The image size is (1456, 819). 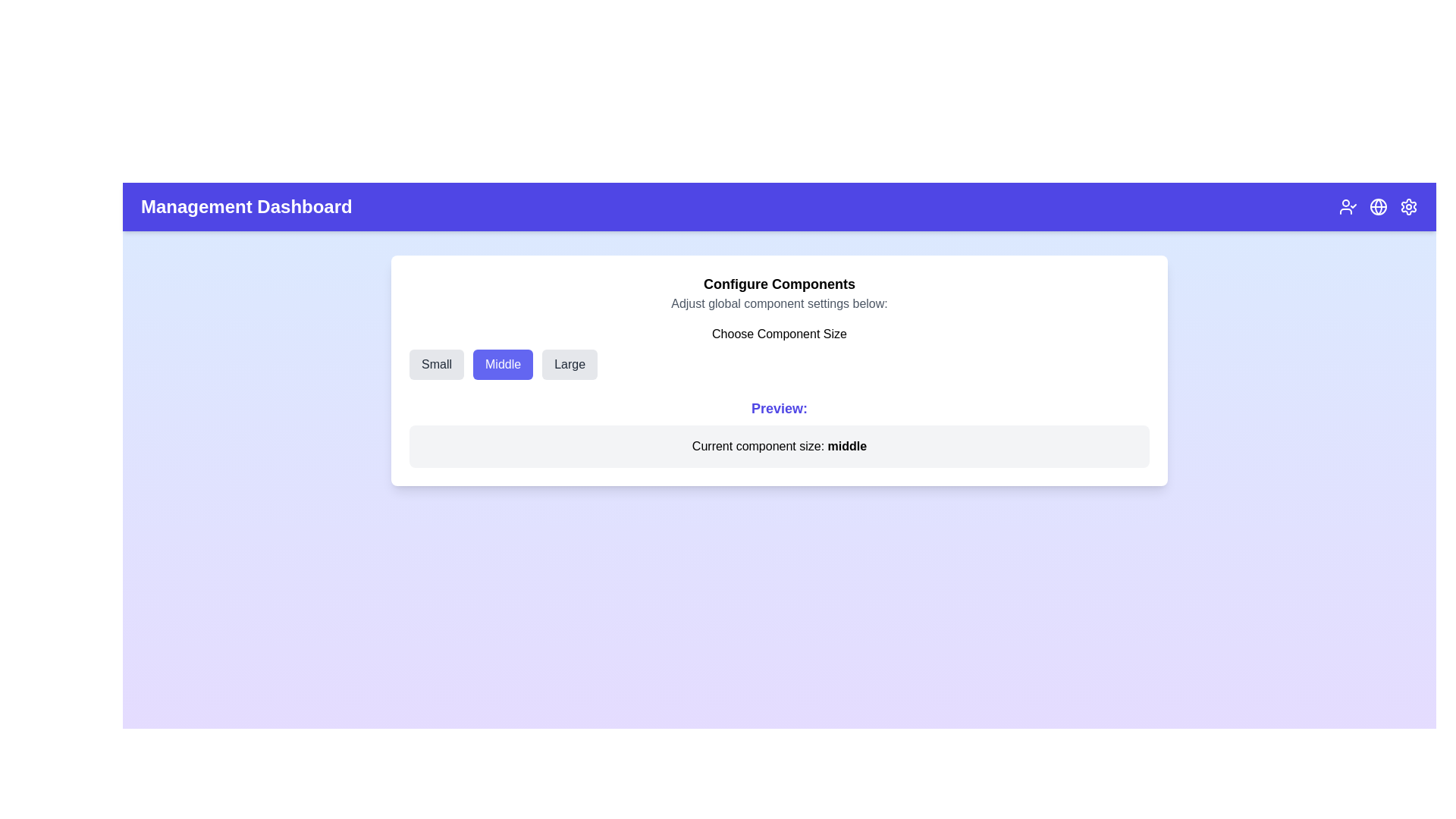 I want to click on the 'Large' size button located in the row of size options beneath the 'Choose Component Size' header, so click(x=569, y=365).